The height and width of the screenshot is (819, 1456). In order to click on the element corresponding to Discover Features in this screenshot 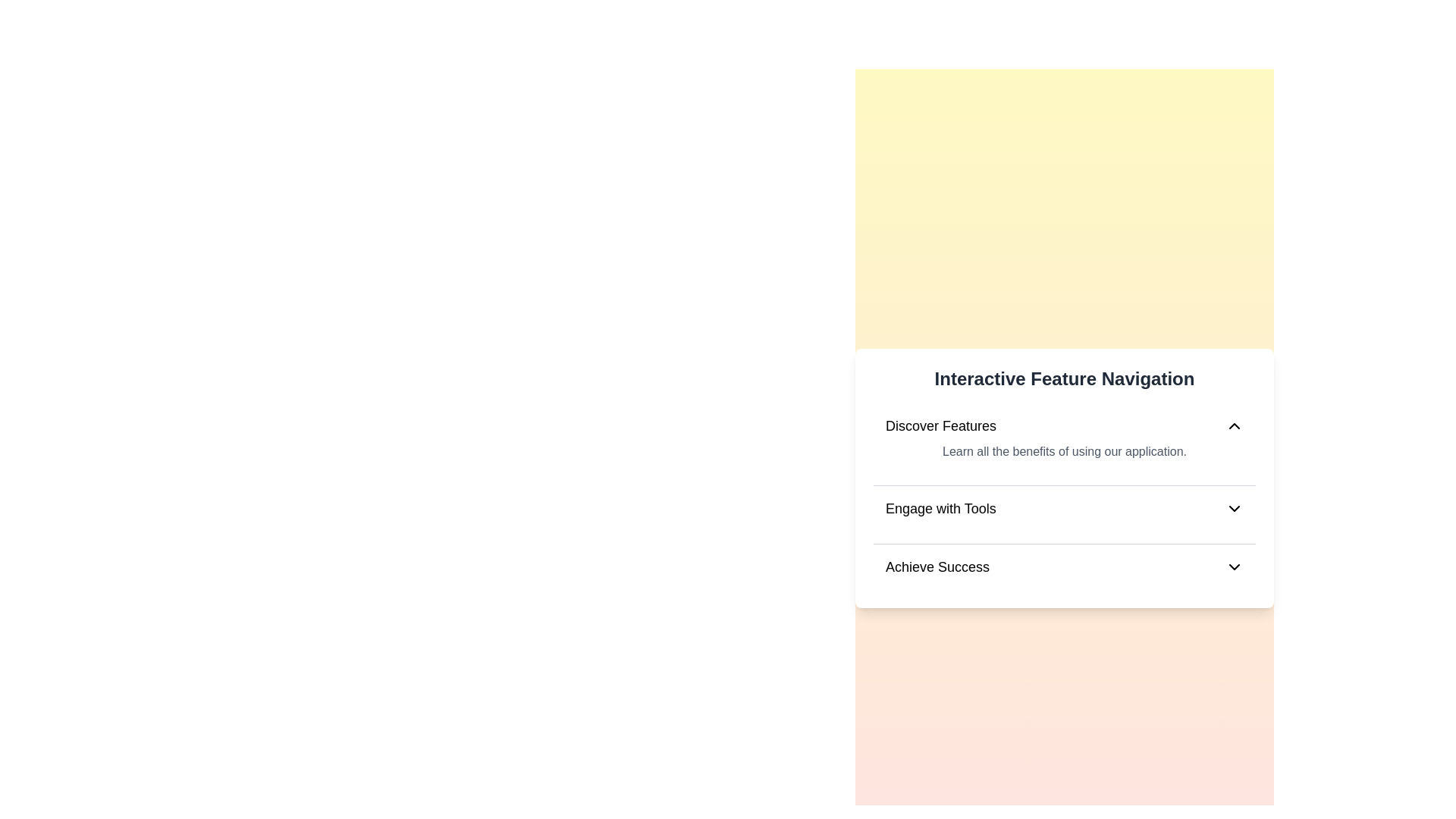, I will do `click(1063, 426)`.